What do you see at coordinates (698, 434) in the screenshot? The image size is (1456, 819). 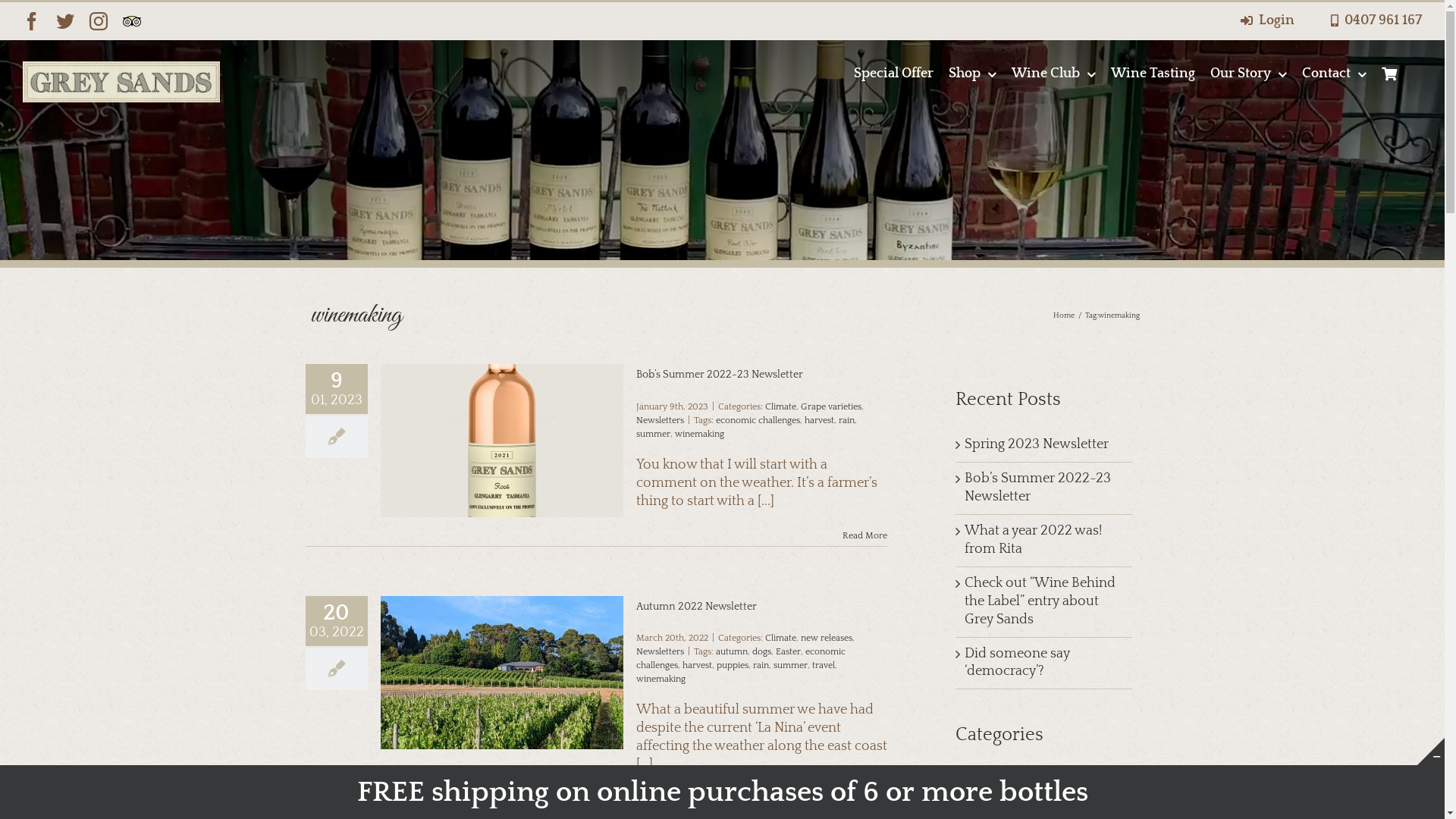 I see `'winemaking'` at bounding box center [698, 434].